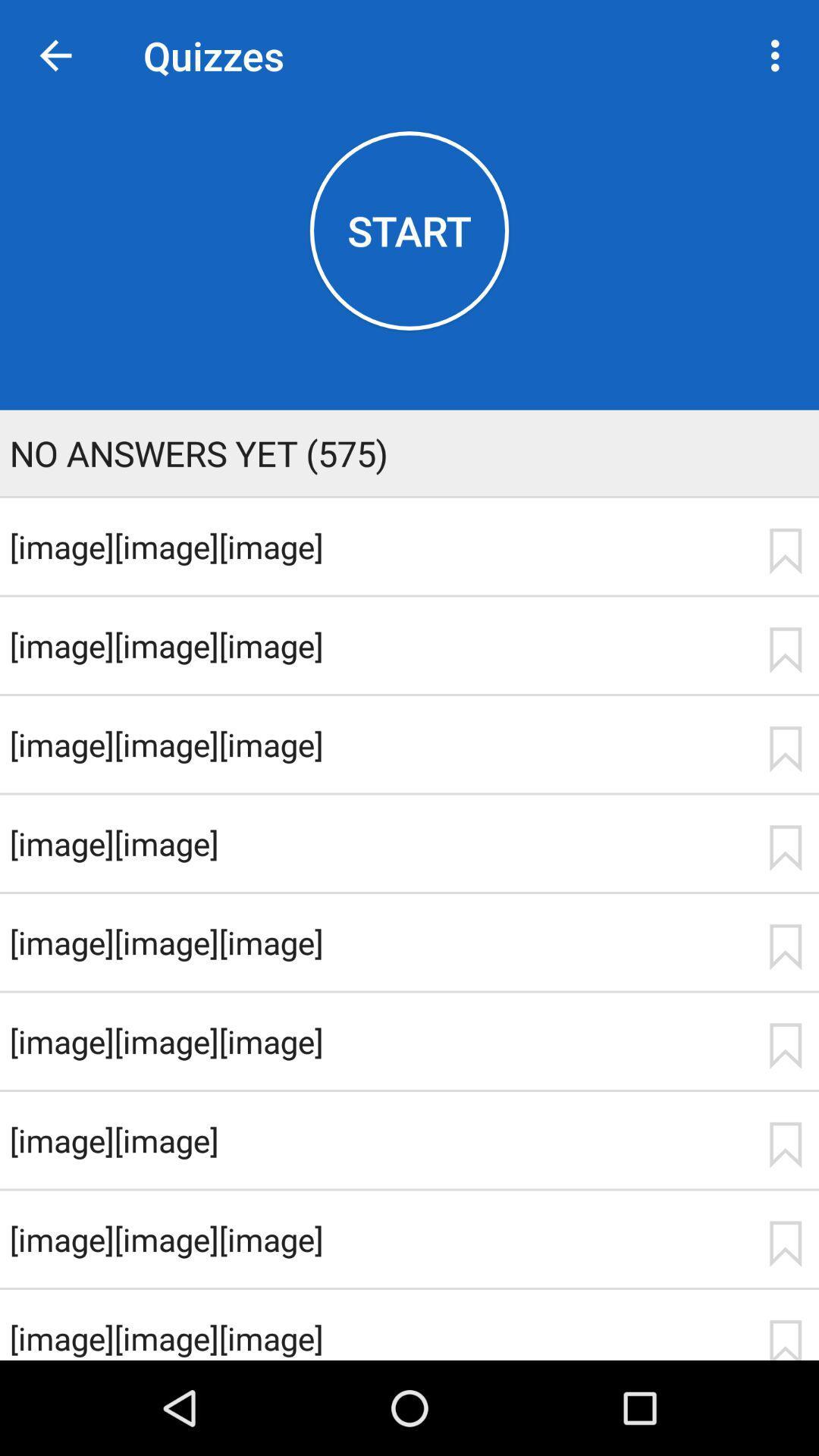 Image resolution: width=819 pixels, height=1456 pixels. What do you see at coordinates (785, 650) in the screenshot?
I see `item to the right of the [image][image][image]` at bounding box center [785, 650].